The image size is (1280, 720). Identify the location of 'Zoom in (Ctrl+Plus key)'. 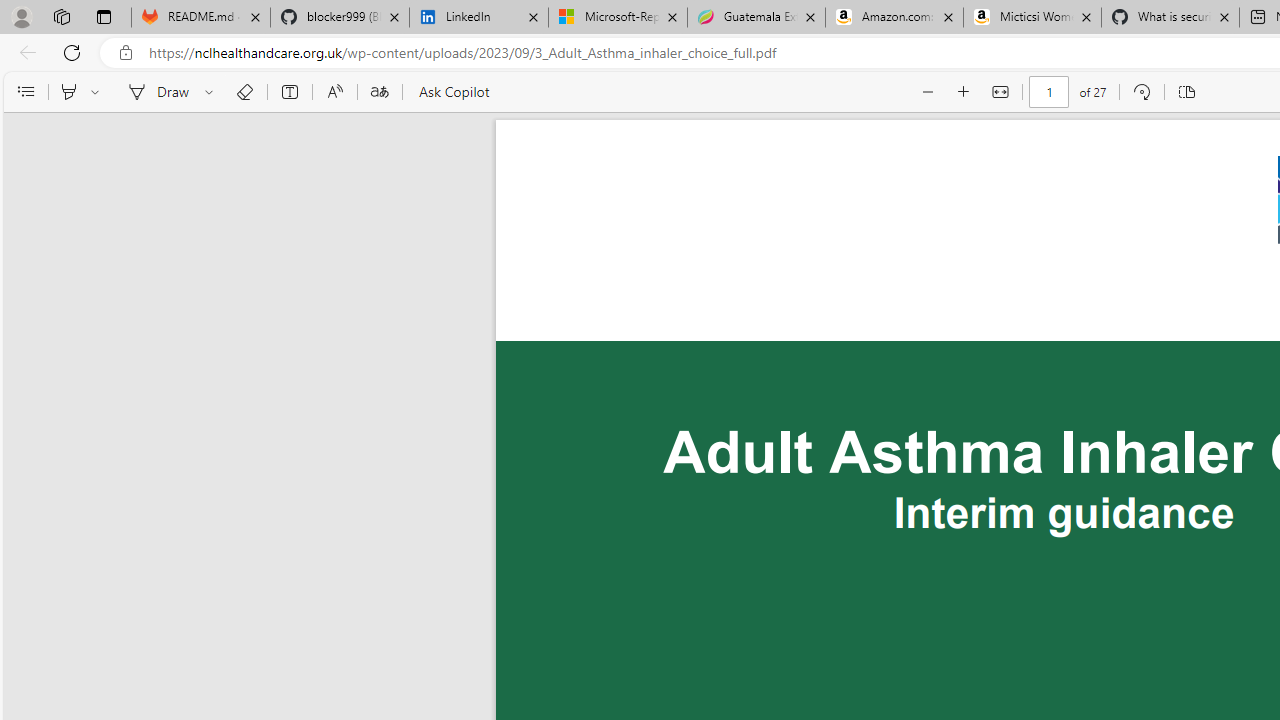
(964, 92).